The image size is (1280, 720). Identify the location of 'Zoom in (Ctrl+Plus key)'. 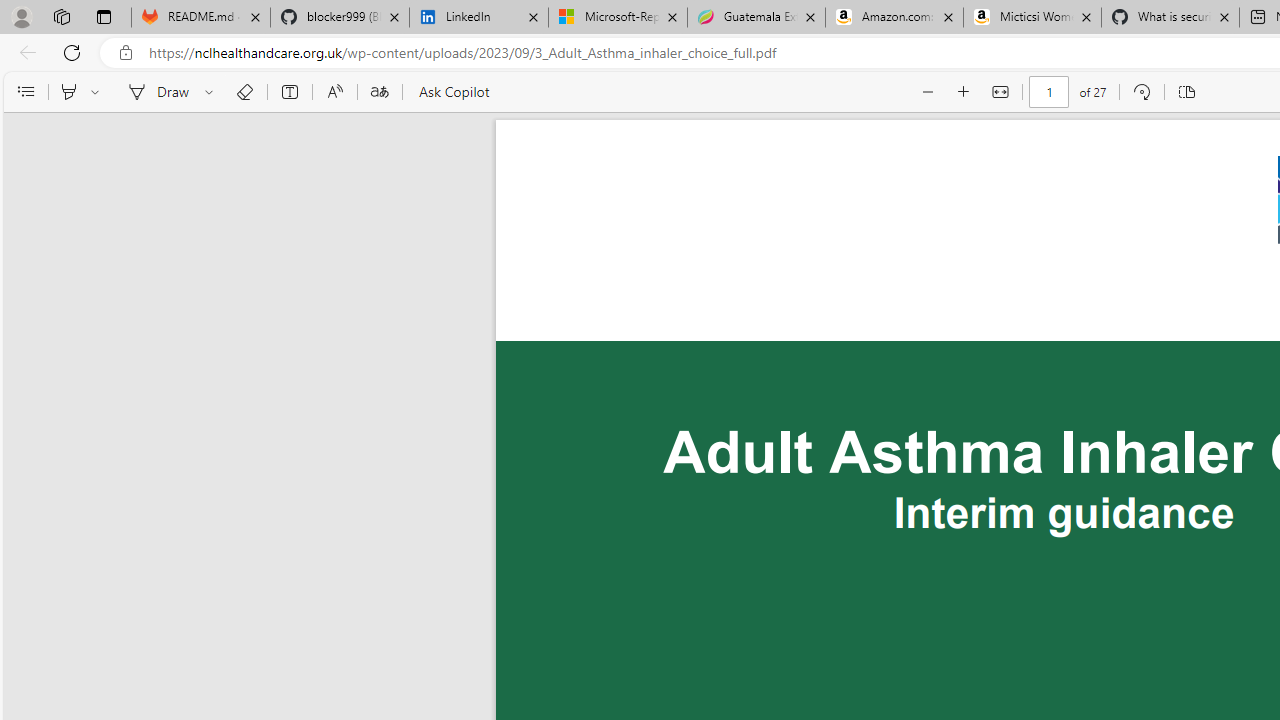
(964, 92).